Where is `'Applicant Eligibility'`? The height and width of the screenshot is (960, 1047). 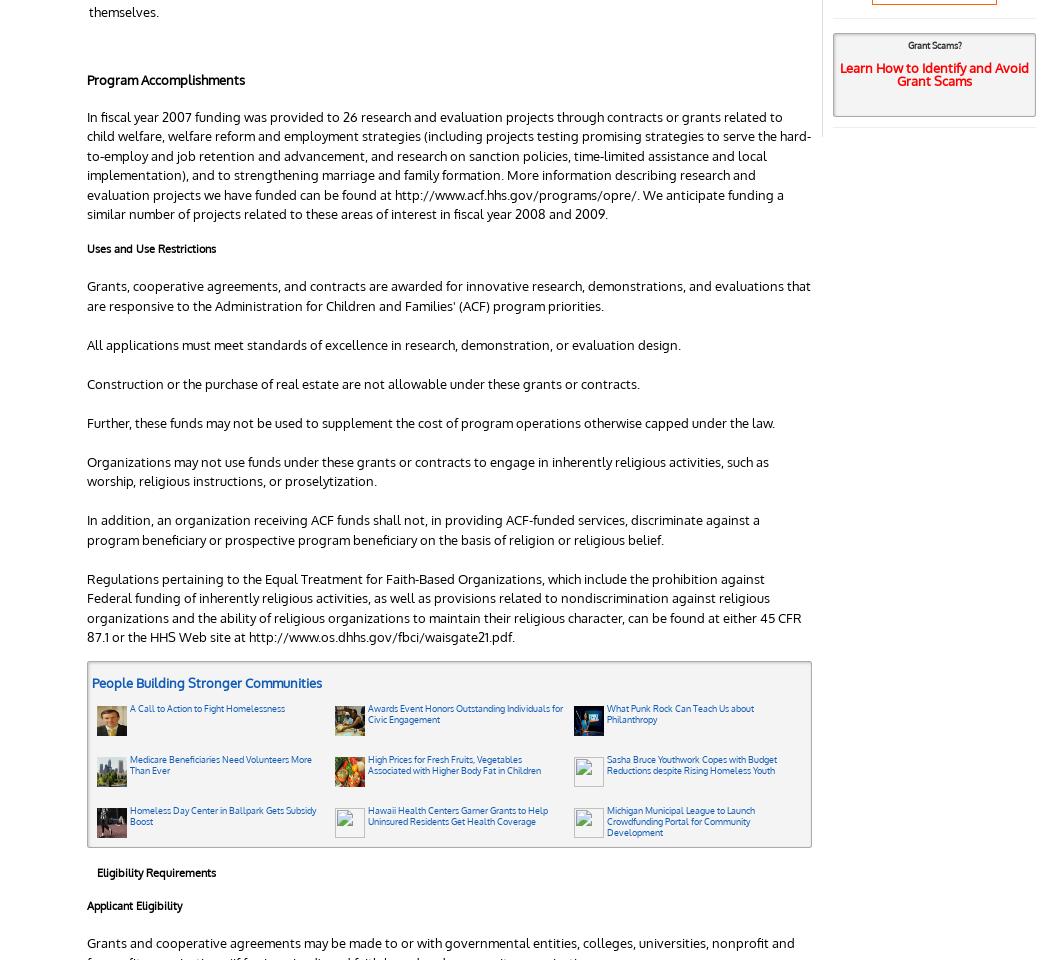 'Applicant Eligibility' is located at coordinates (133, 905).